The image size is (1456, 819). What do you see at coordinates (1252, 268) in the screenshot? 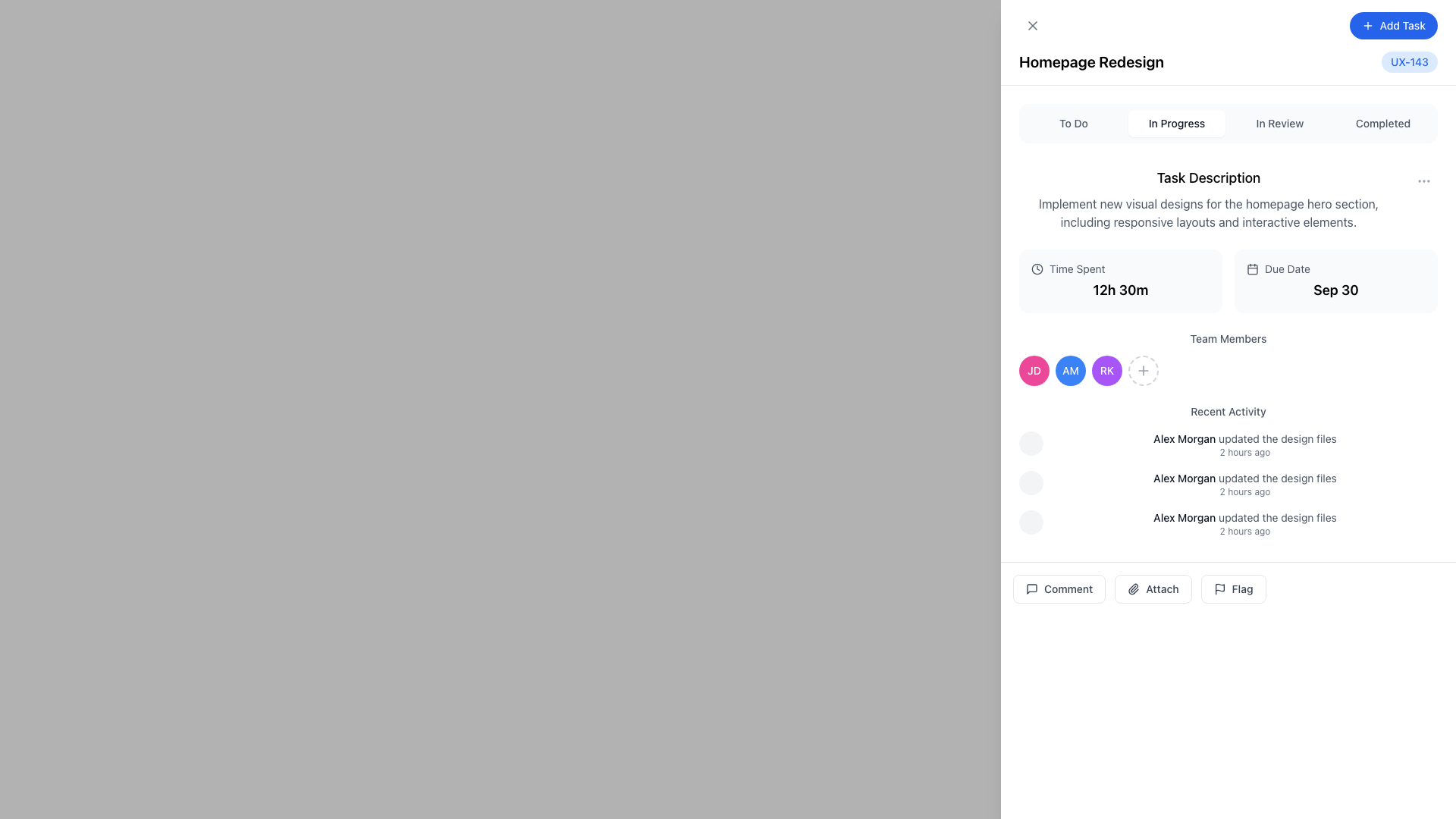
I see `the rounded rectangle component representing the background of the calendar icon located next to the 'Due Date' label` at bounding box center [1252, 268].